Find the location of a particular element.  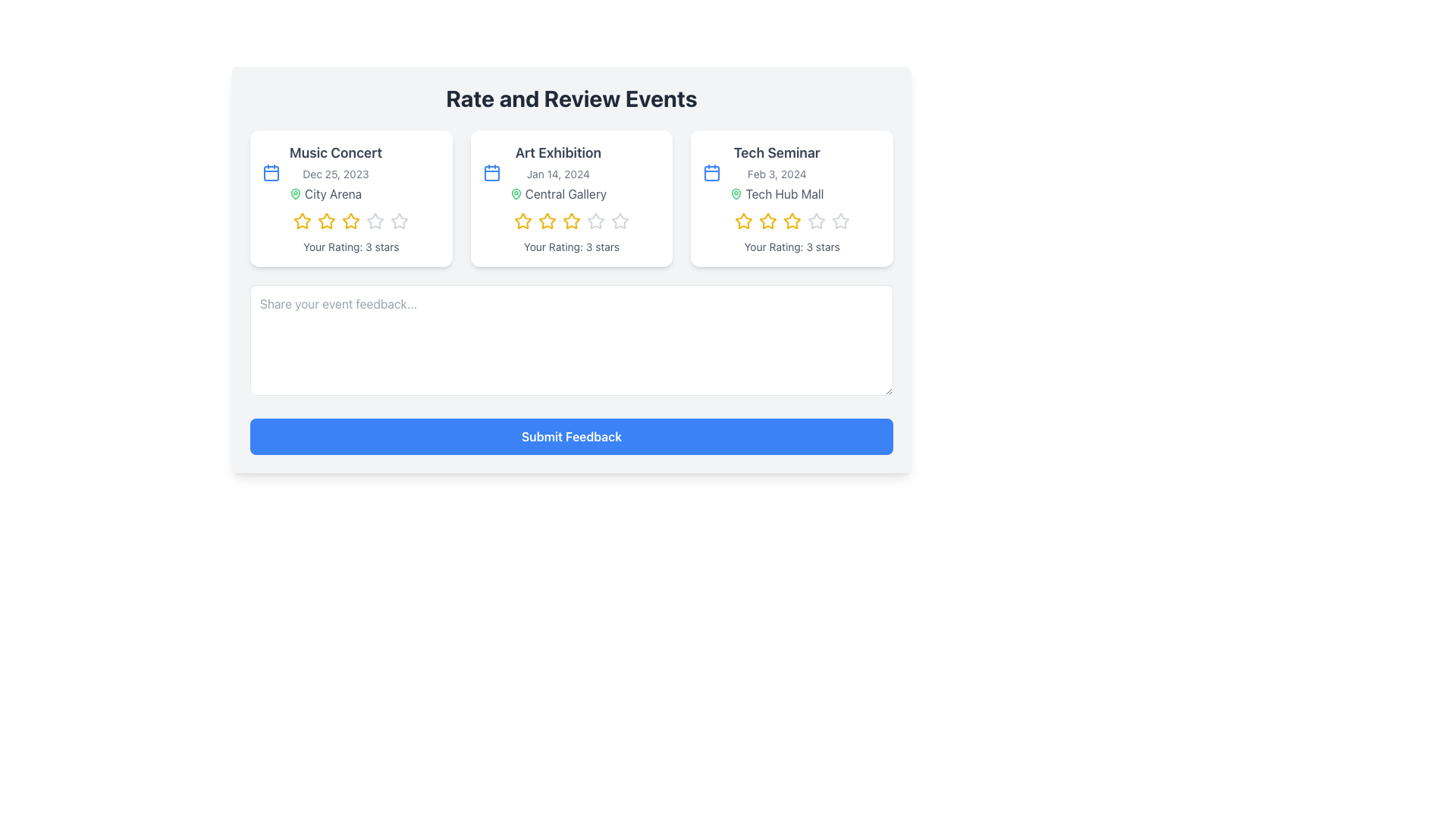

the first star icon in the rating system under the 'Music Concert' card to set or change the rating is located at coordinates (303, 221).